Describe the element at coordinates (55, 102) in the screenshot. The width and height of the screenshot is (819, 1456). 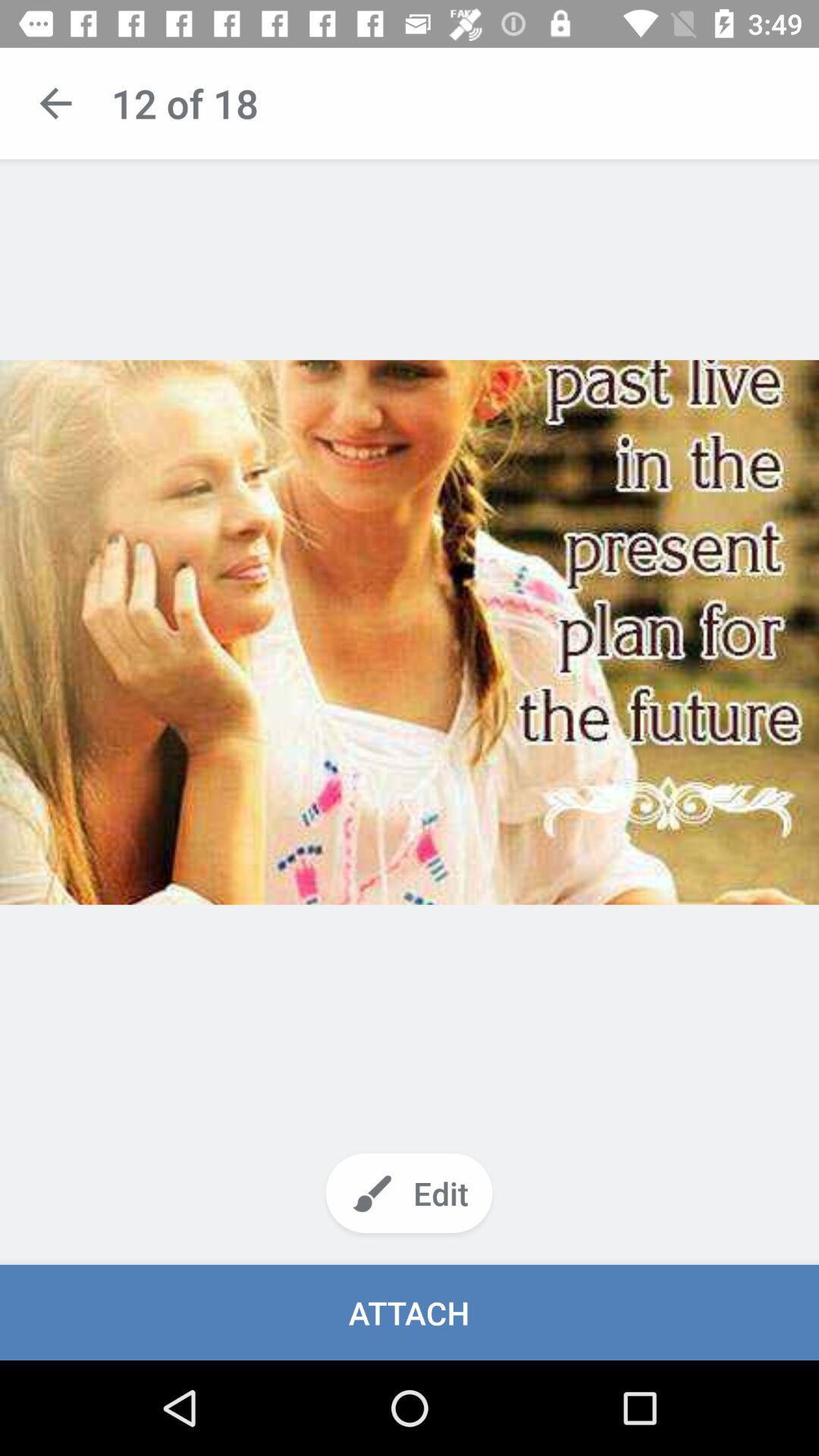
I see `back to previous content` at that location.